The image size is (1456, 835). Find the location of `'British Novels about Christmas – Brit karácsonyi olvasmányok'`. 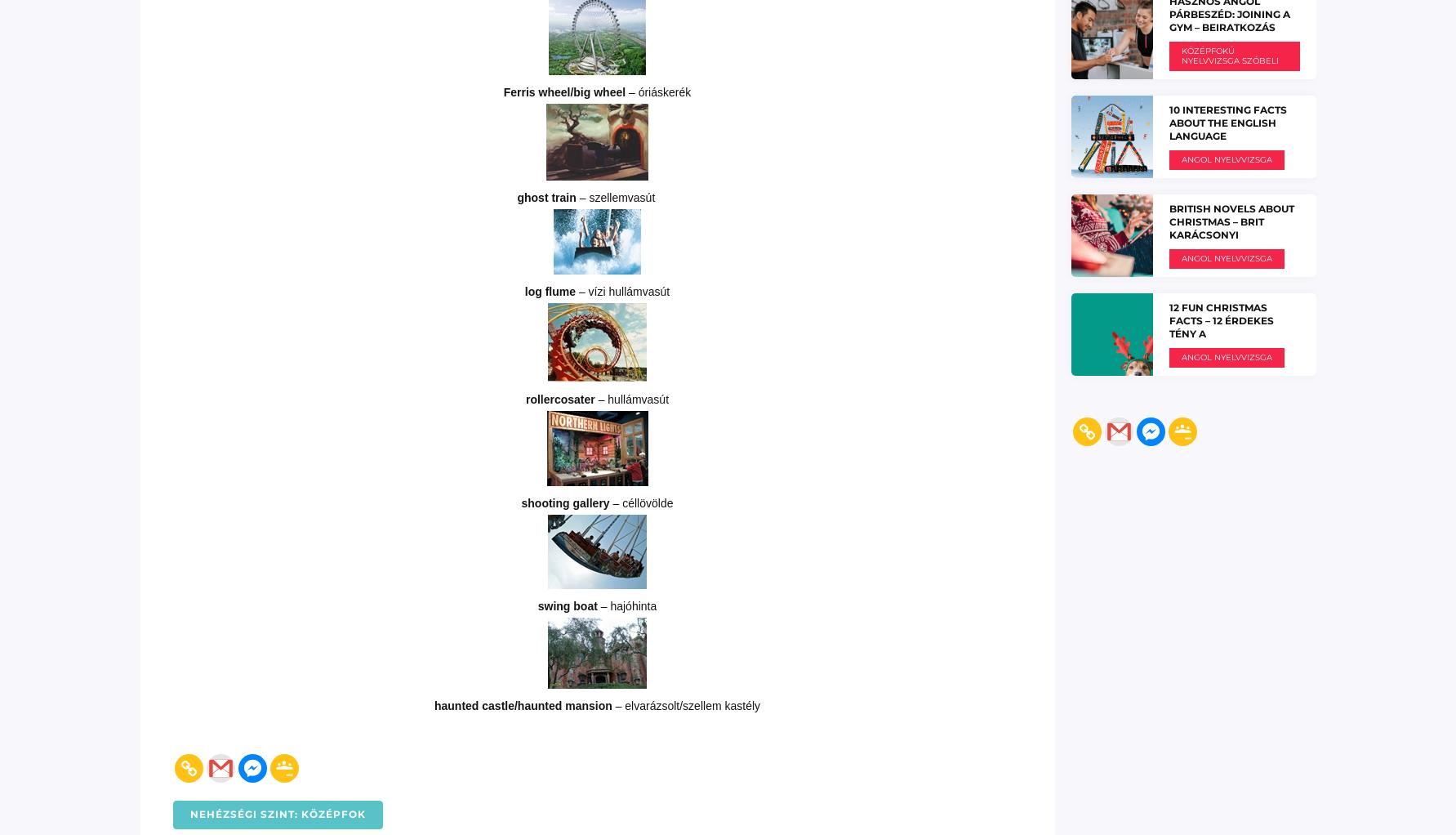

'British Novels about Christmas – Brit karácsonyi olvasmányok' is located at coordinates (1231, 227).